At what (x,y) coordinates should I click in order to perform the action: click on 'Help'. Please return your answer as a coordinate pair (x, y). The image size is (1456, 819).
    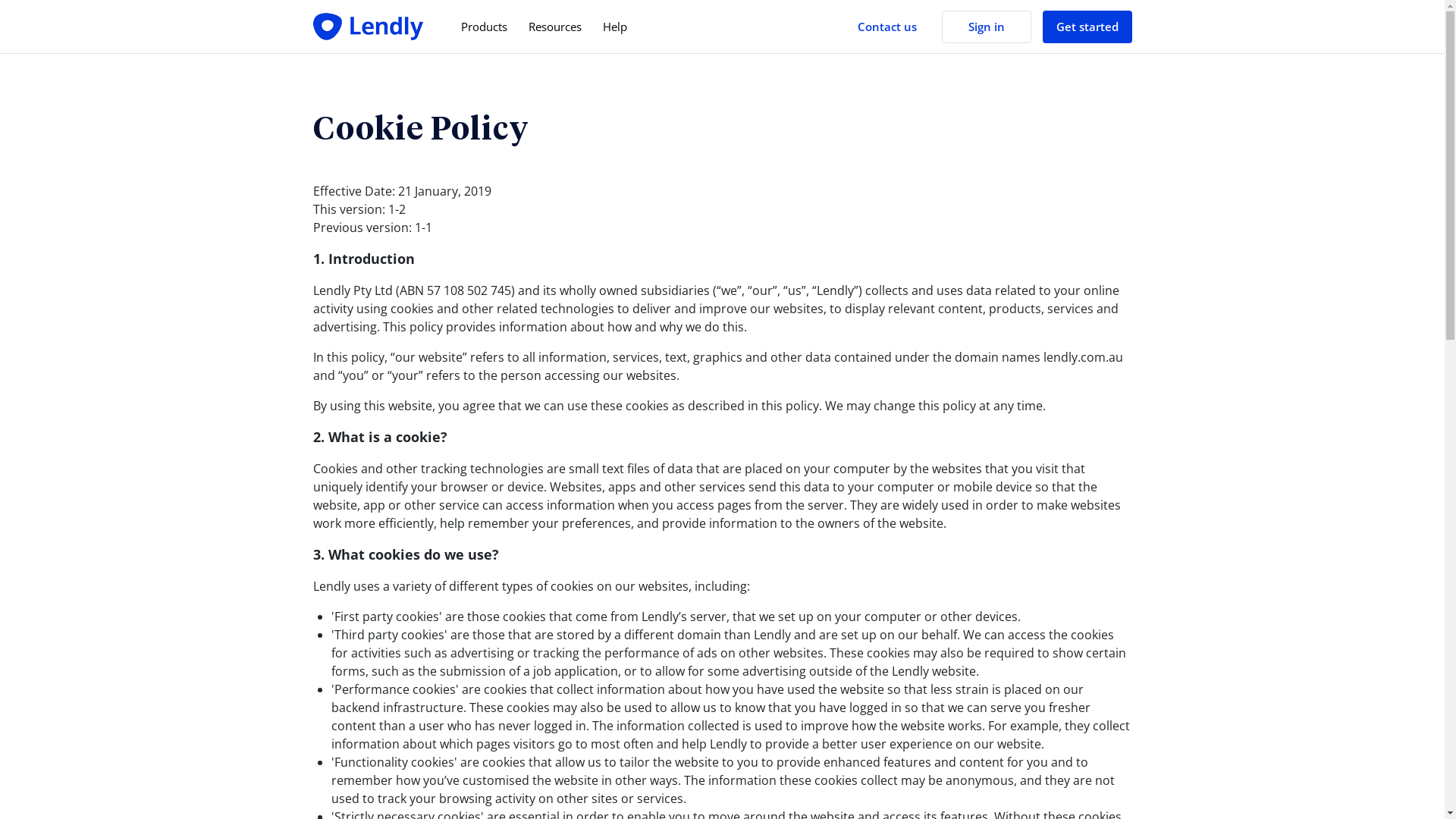
    Looking at the image, I should click on (614, 27).